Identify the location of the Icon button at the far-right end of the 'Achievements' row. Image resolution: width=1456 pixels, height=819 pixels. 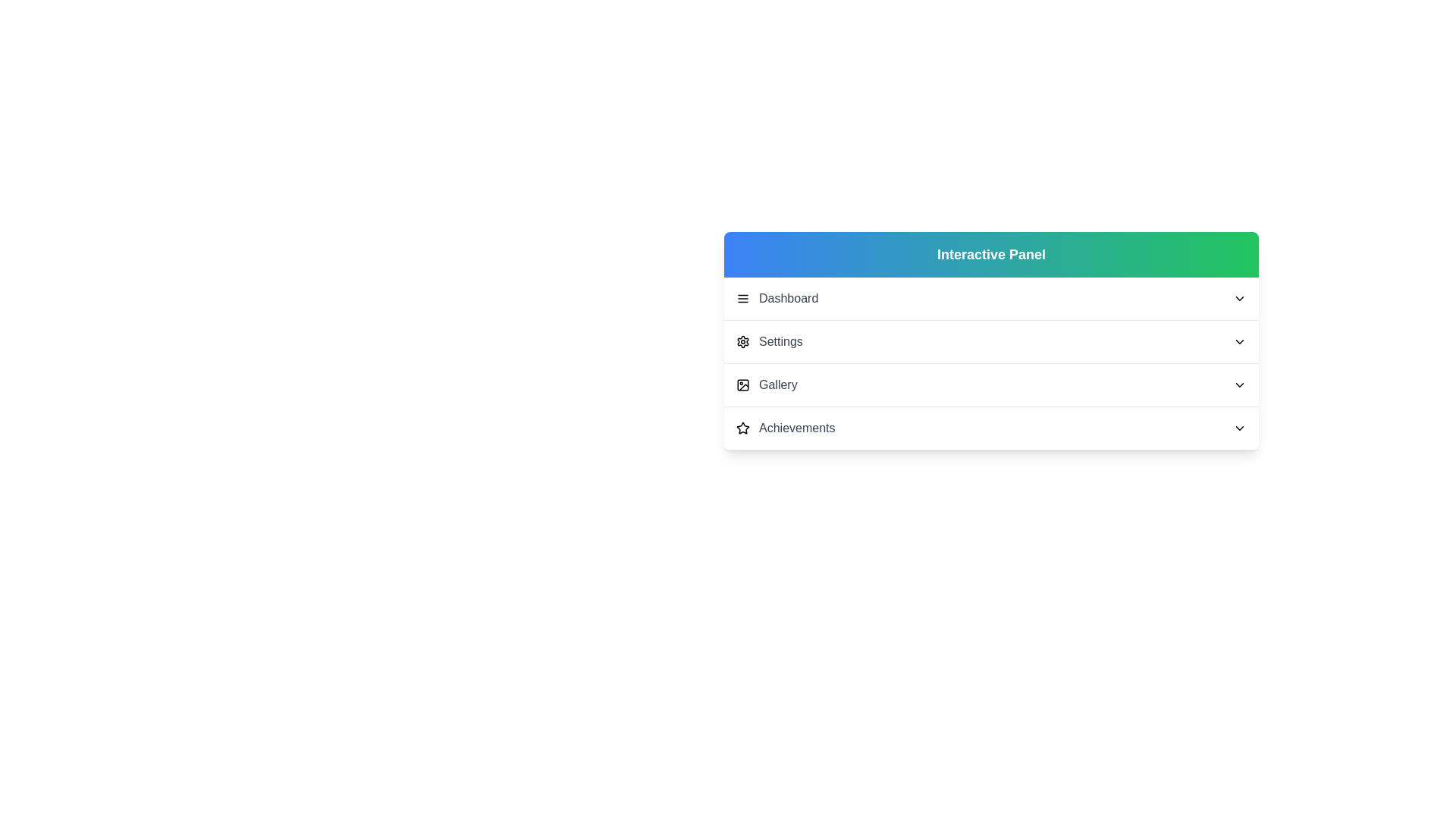
(1240, 428).